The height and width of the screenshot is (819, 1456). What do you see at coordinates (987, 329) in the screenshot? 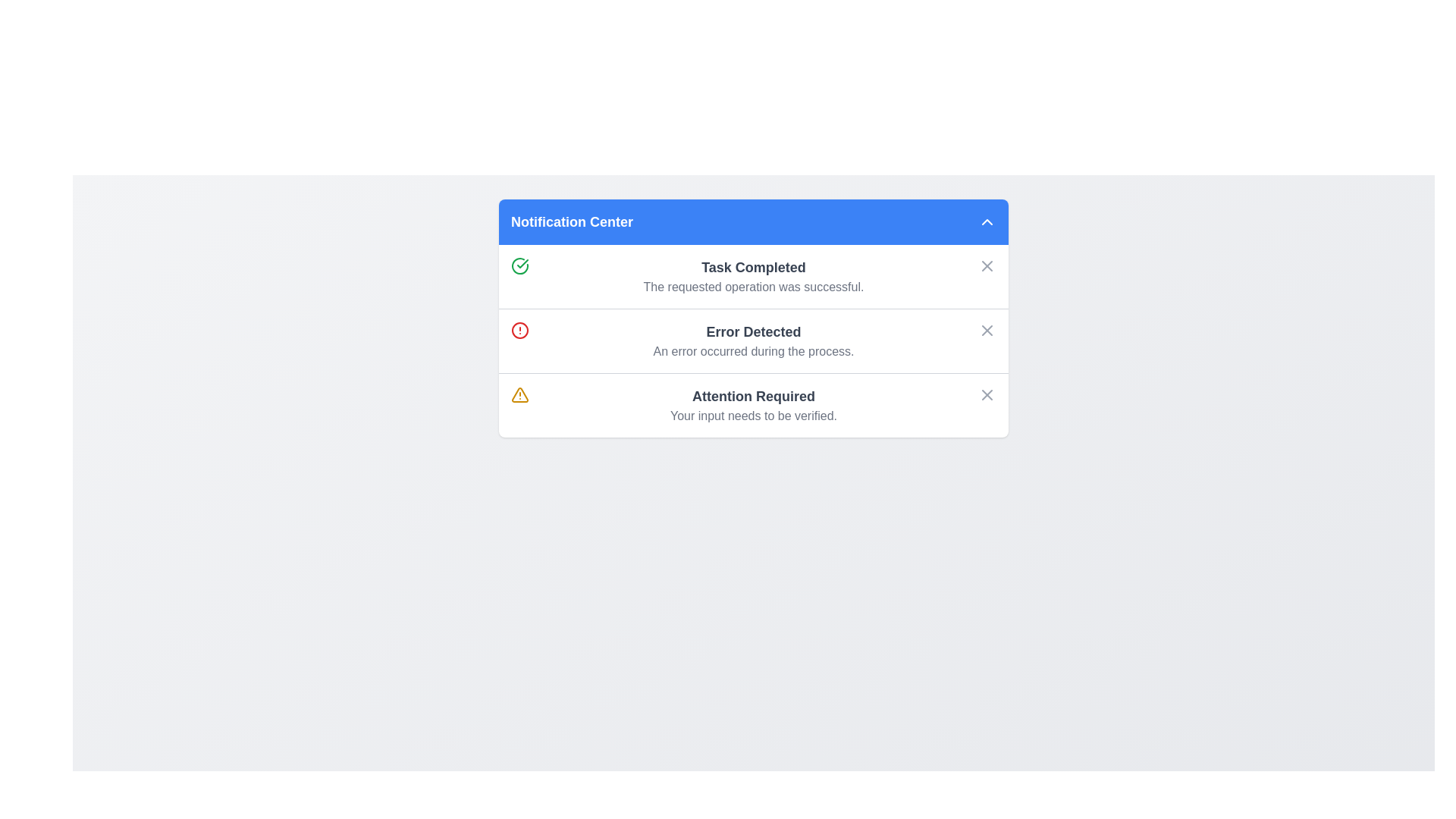
I see `the close button icon represented by a diagonal cross (X) within the notification panel` at bounding box center [987, 329].